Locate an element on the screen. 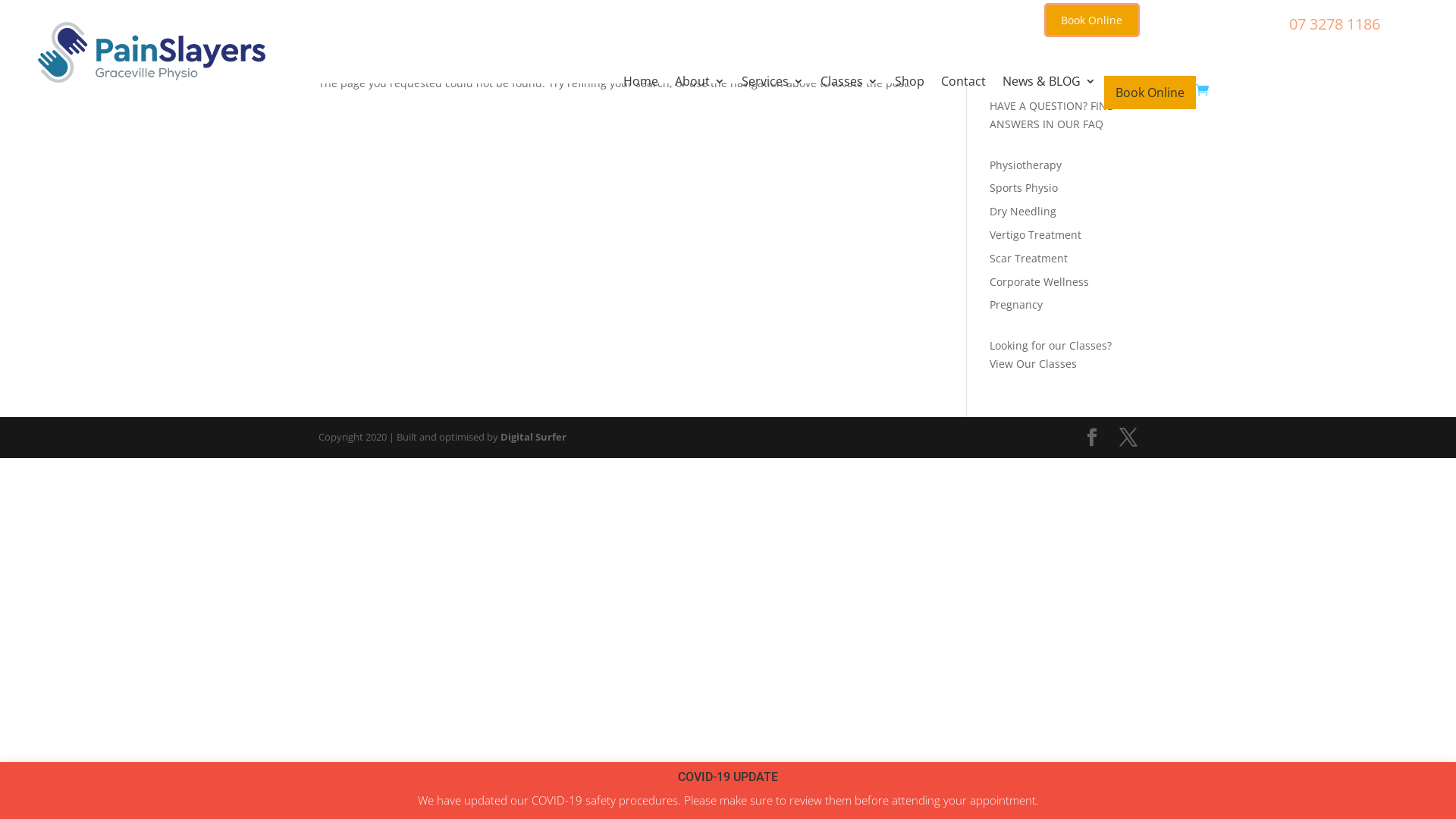 This screenshot has width=1456, height=819. 'Scar Treatment' is located at coordinates (1028, 257).